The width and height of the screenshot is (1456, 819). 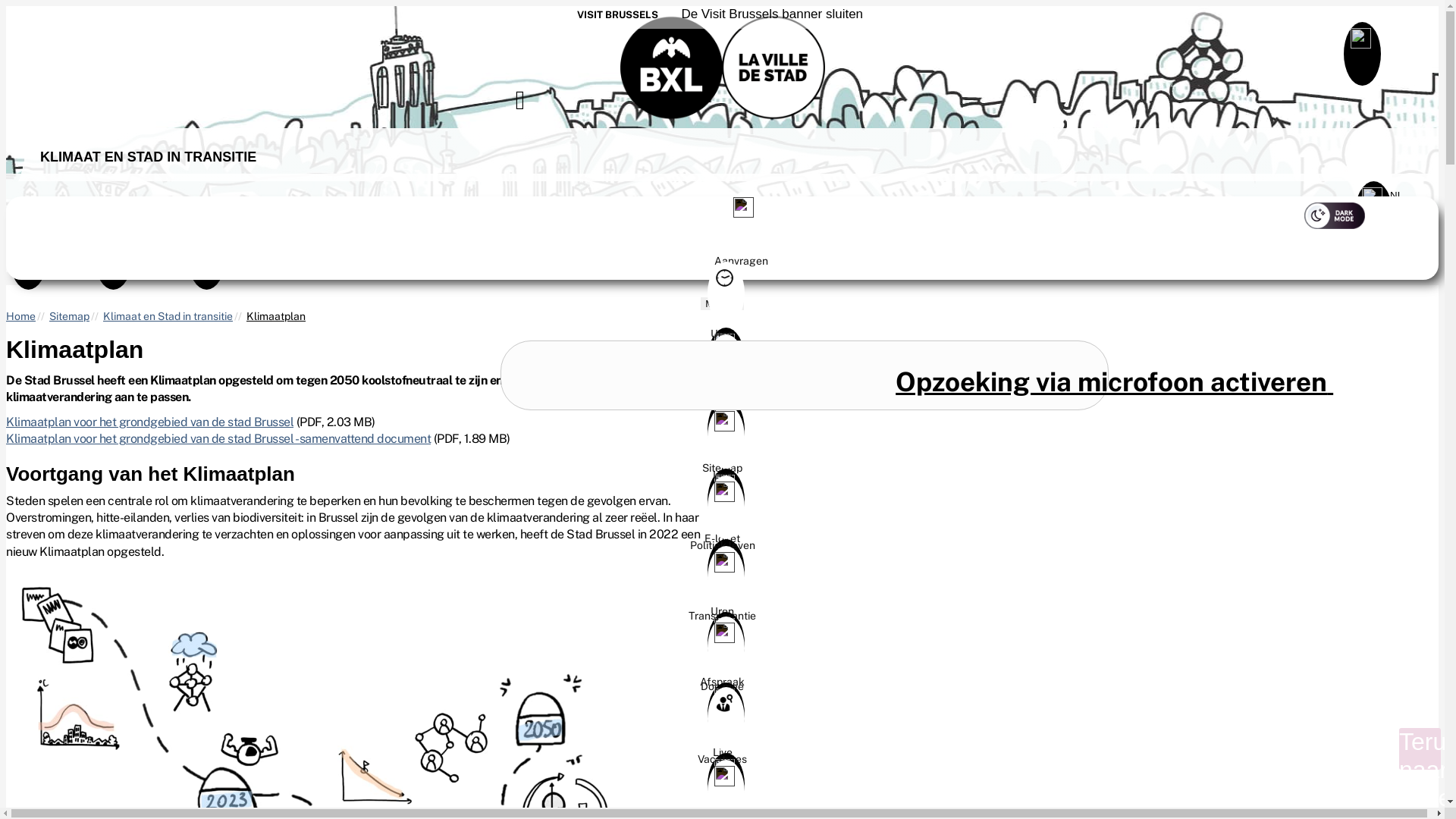 I want to click on 'Terug naar boven', so click(x=1419, y=748).